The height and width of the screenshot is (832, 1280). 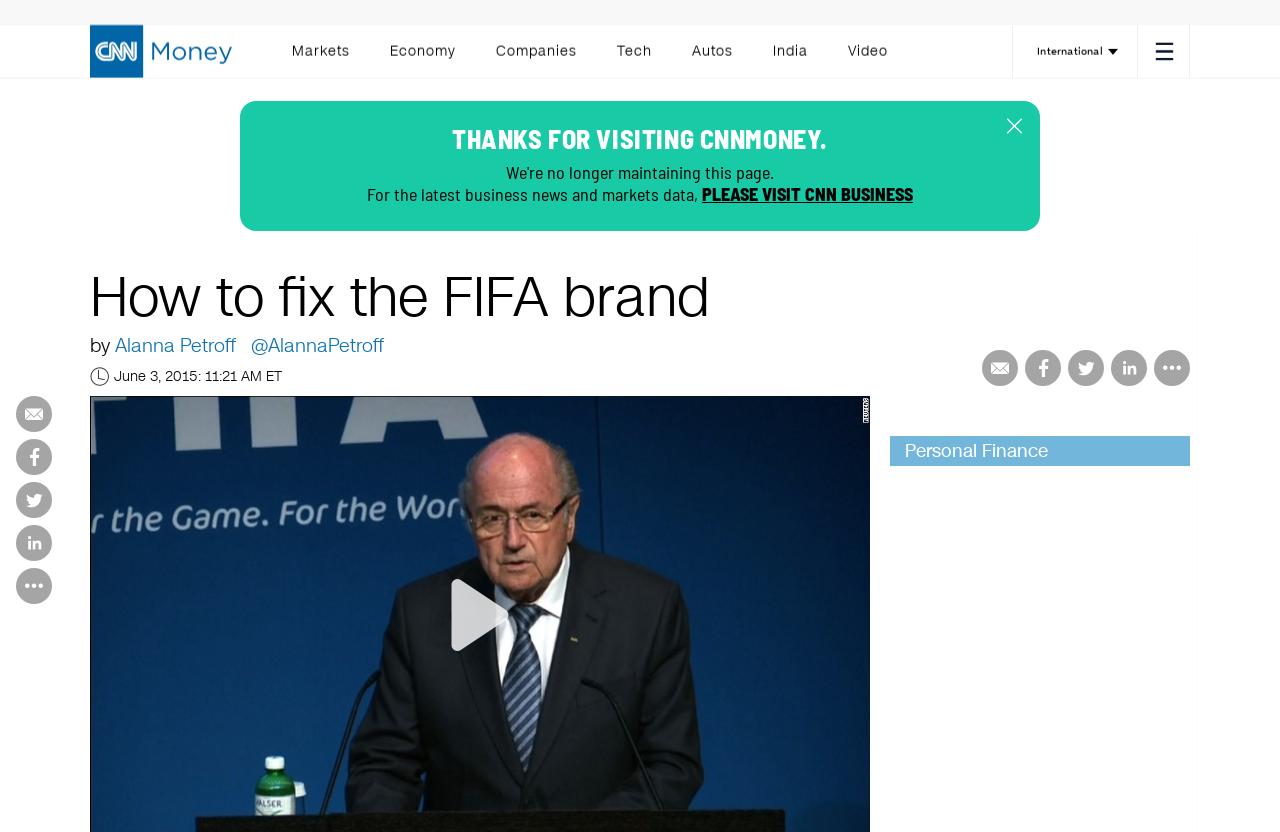 I want to click on 'Markets', so click(x=320, y=56).